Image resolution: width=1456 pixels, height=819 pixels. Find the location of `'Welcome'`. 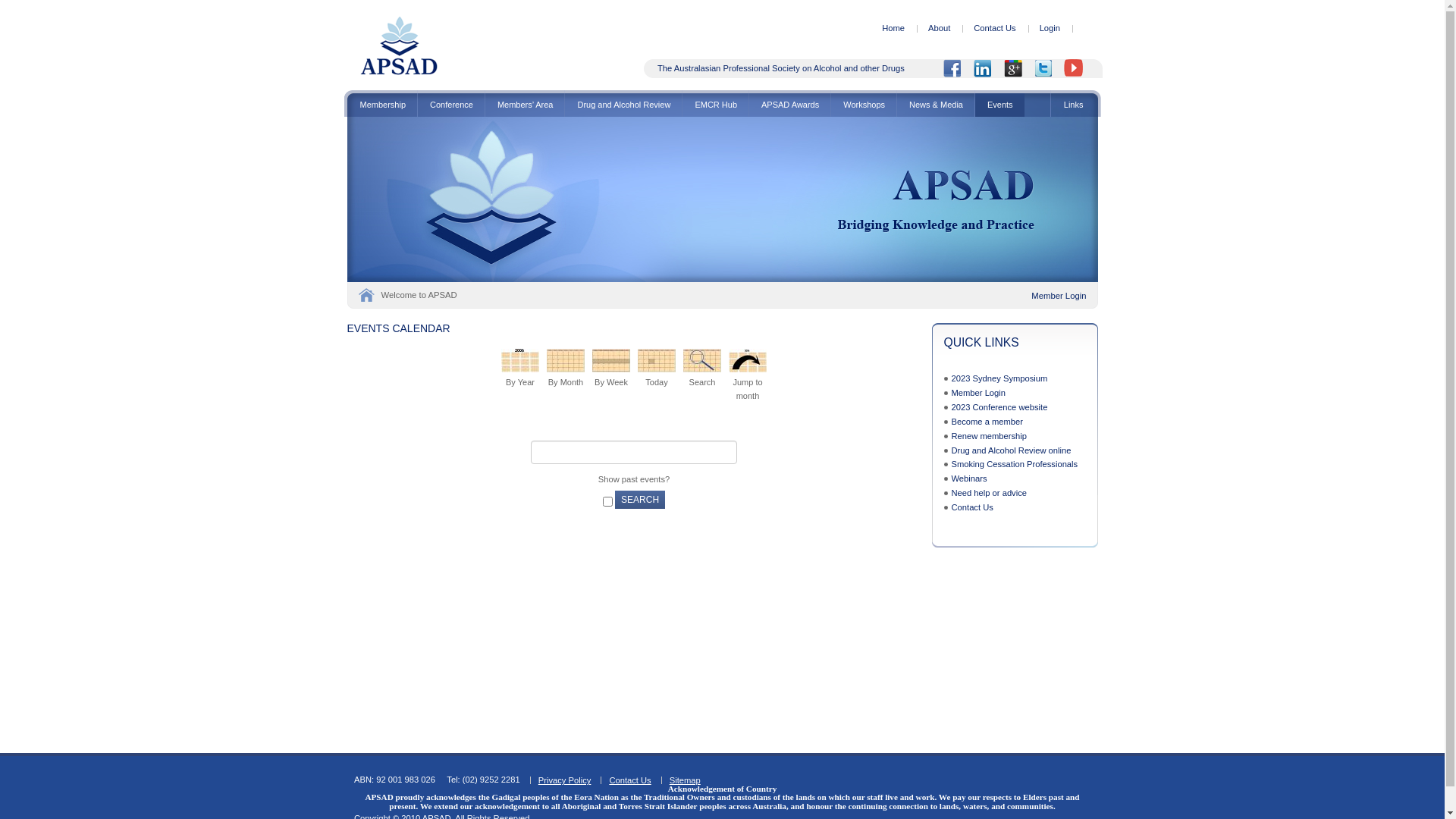

'Welcome' is located at coordinates (365, 295).